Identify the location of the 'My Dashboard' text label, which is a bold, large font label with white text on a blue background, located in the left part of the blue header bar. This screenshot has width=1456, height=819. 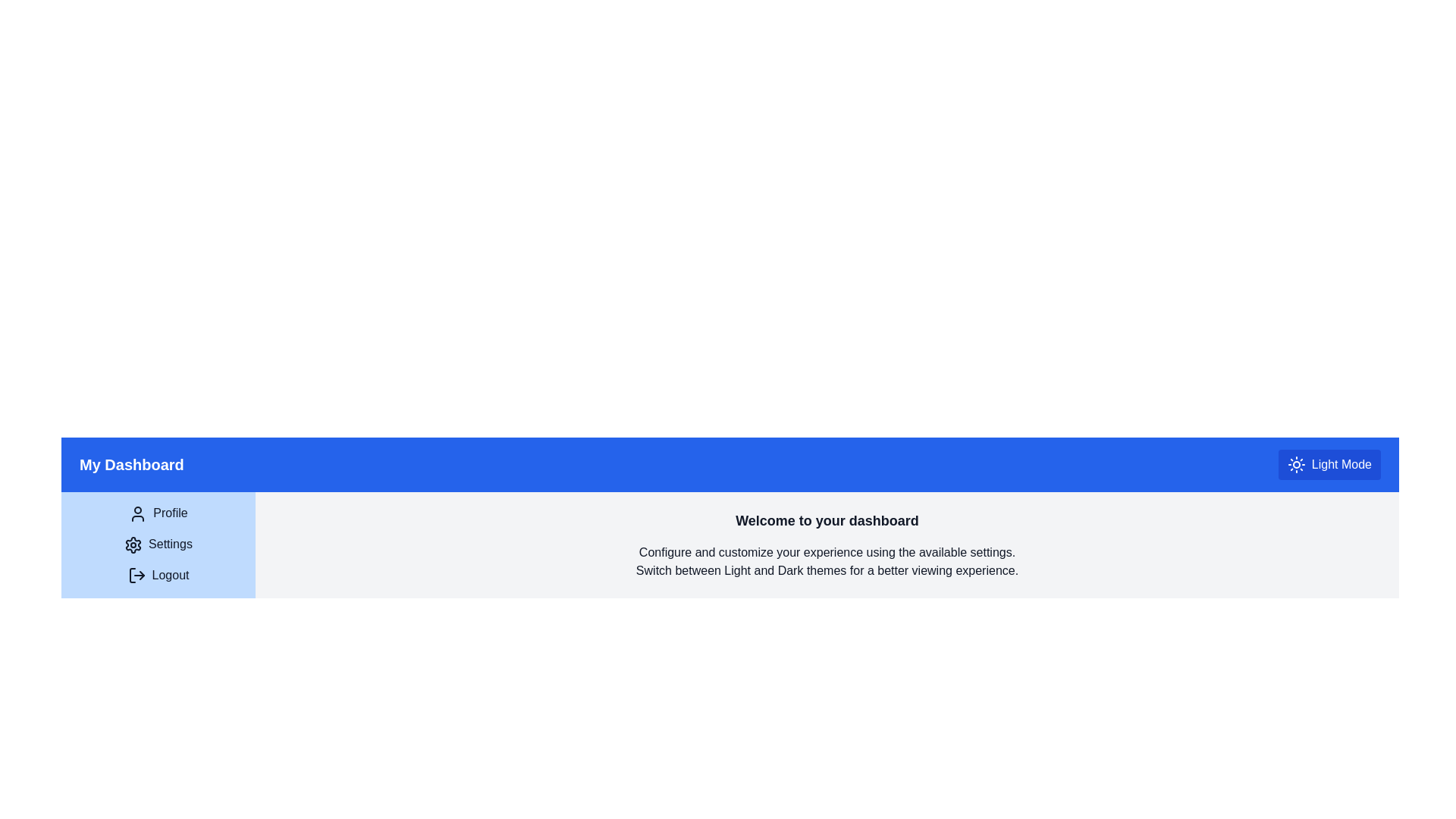
(131, 464).